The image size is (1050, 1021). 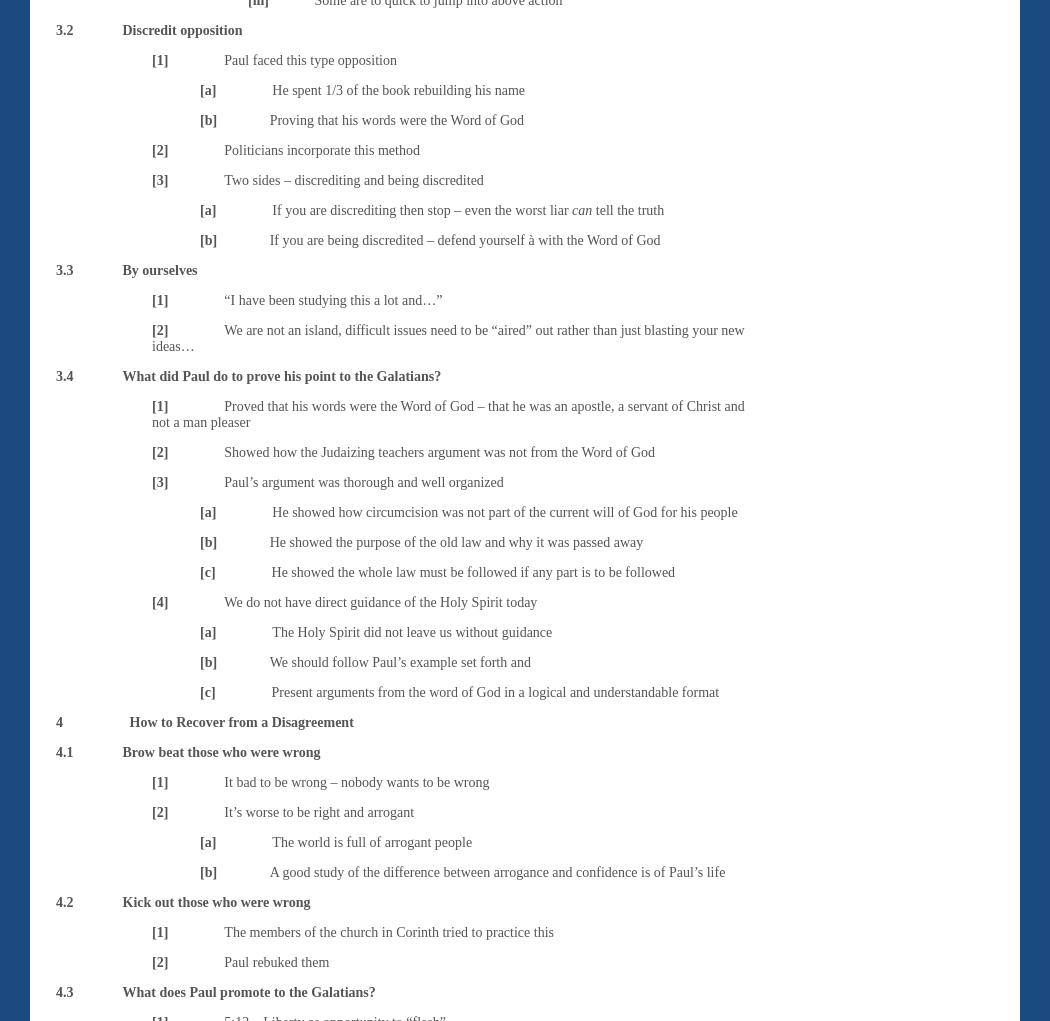 I want to click on '[4]', so click(x=152, y=601).